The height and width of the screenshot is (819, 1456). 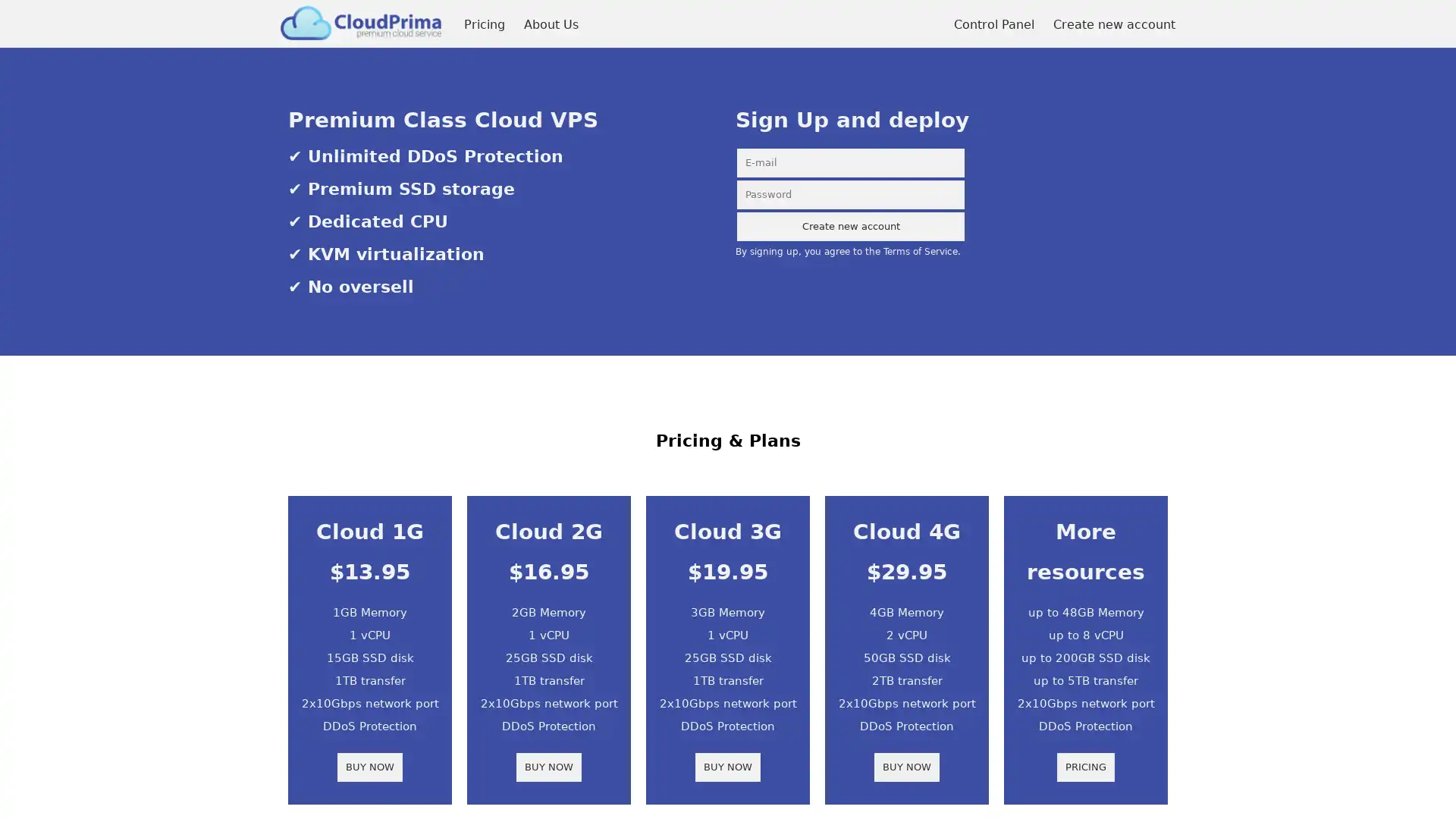 What do you see at coordinates (548, 767) in the screenshot?
I see `buy now` at bounding box center [548, 767].